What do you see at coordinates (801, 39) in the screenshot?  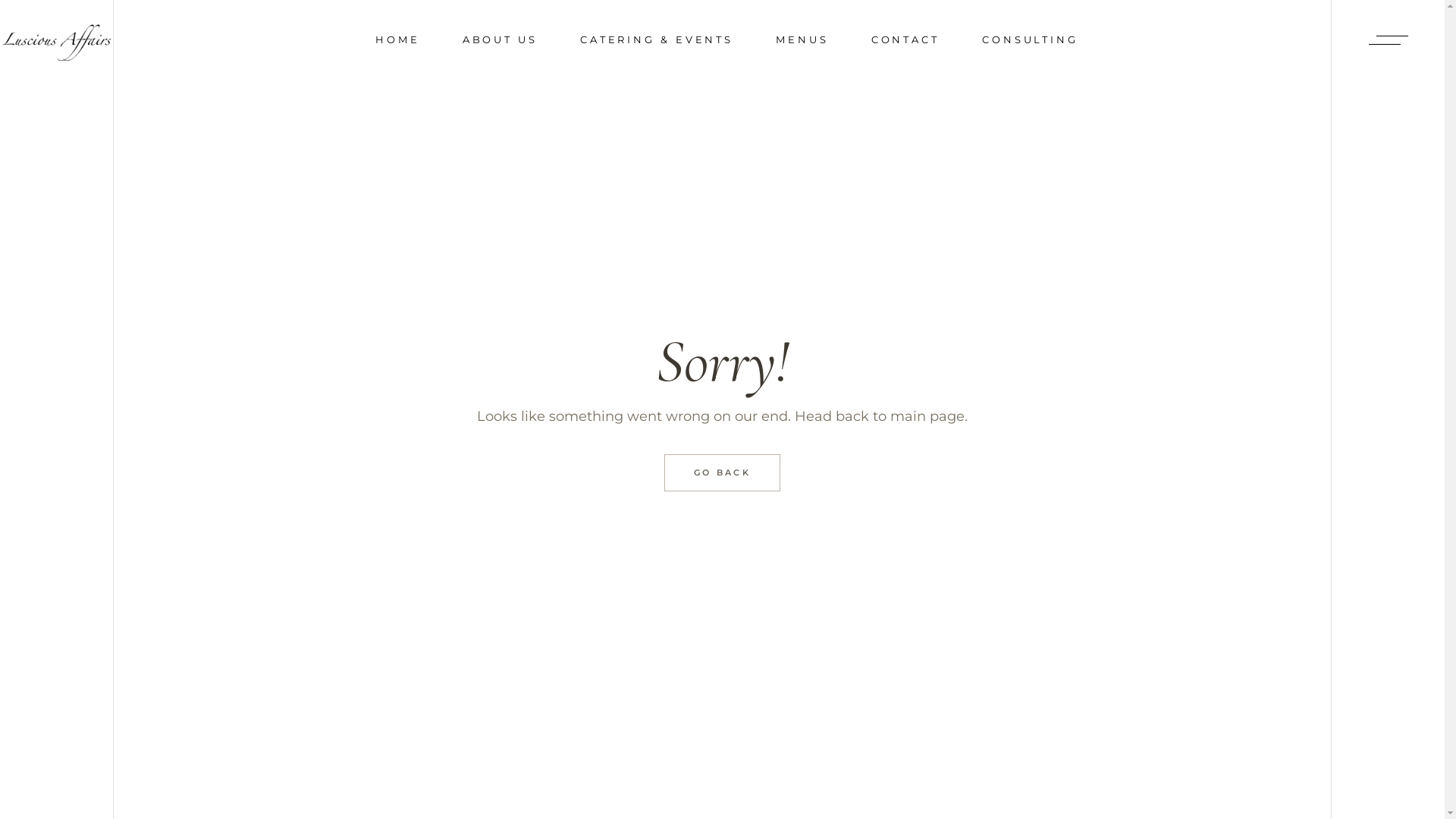 I see `'MENUS'` at bounding box center [801, 39].